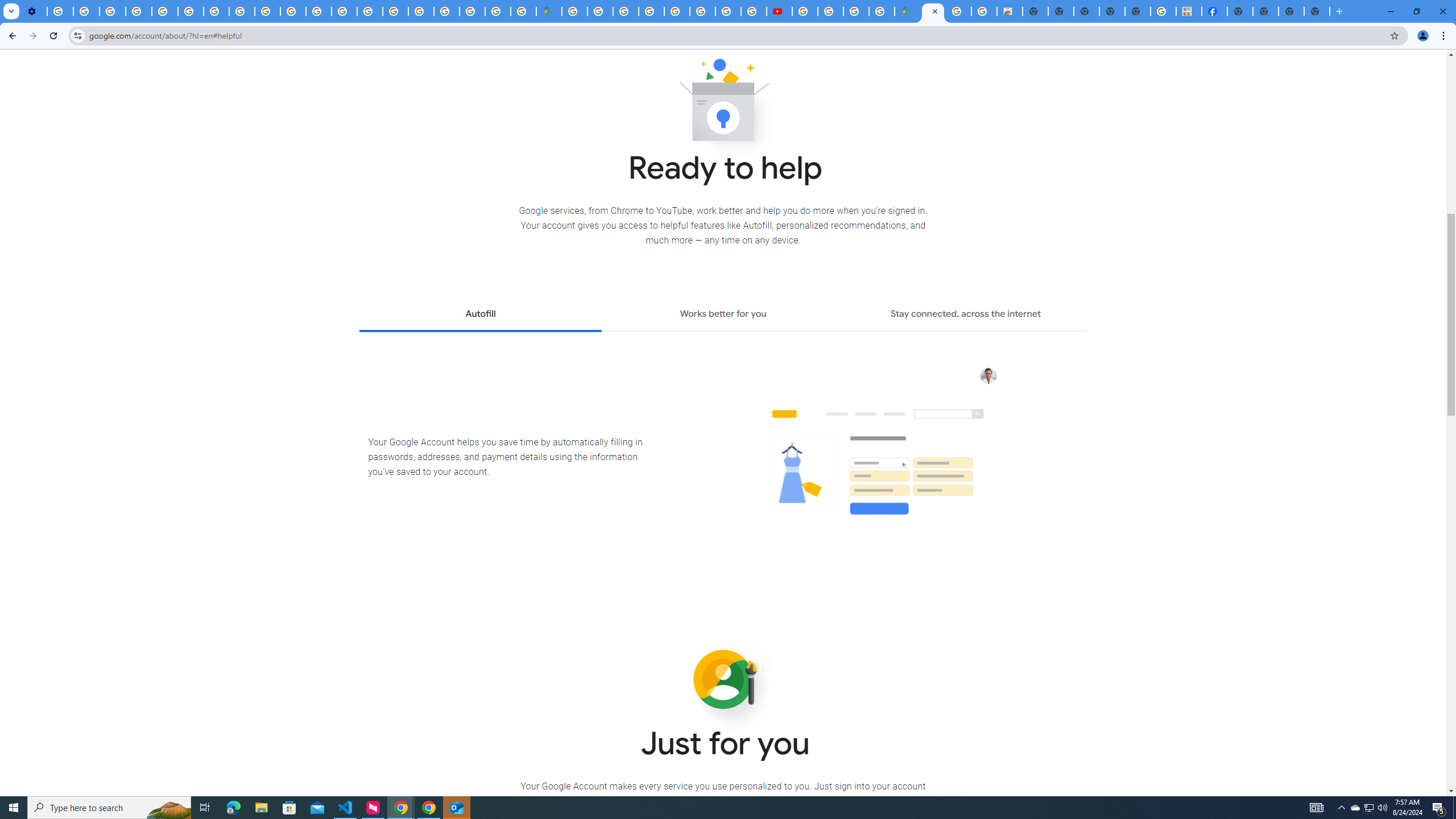 The width and height of the screenshot is (1456, 819). I want to click on 'How Chrome protects your passwords - Google Chrome Help', so click(804, 11).